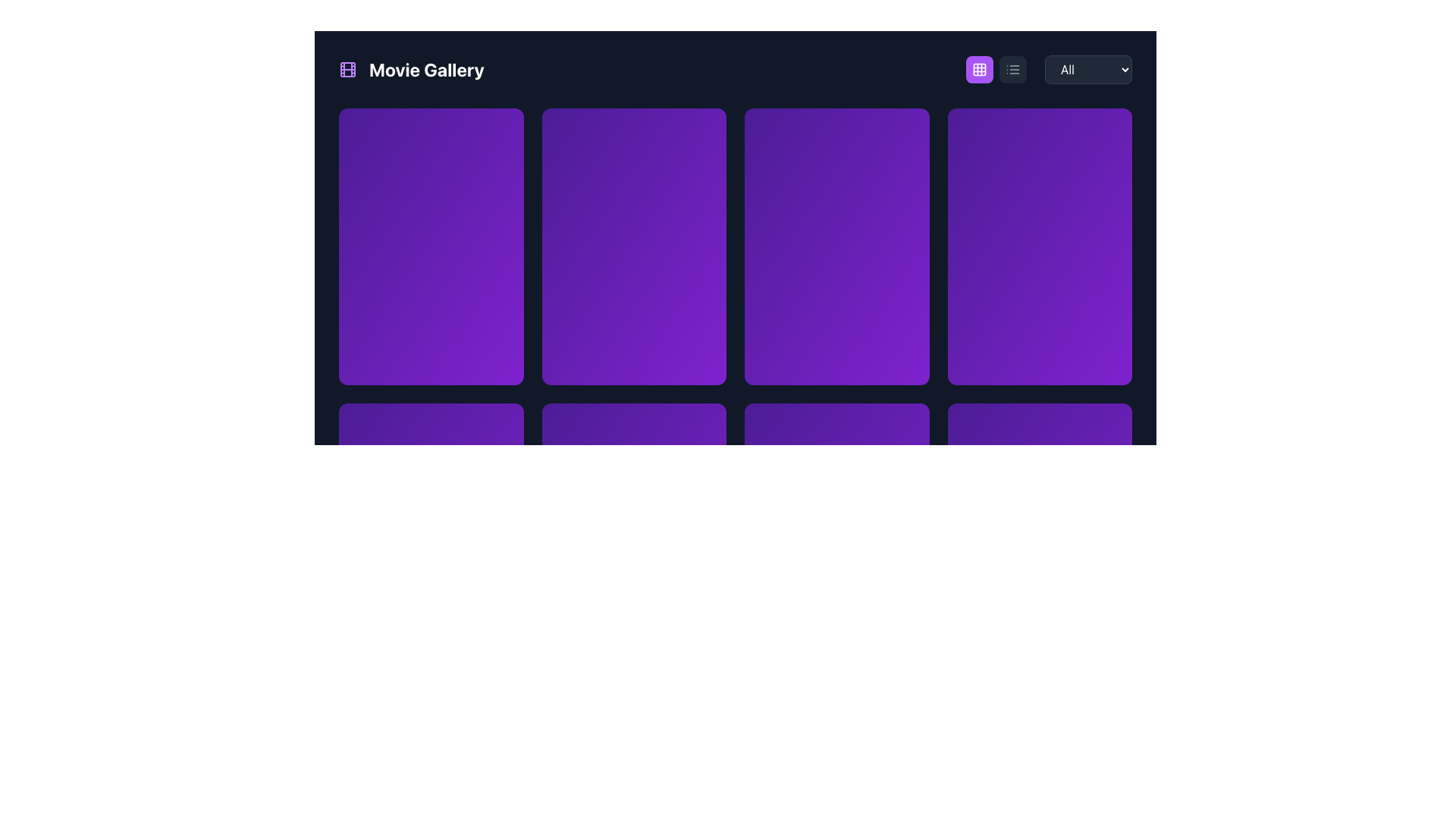  What do you see at coordinates (347, 70) in the screenshot?
I see `the small rounded rectangle element within the filmstrip icon, which is located near the top-left corner of the interface, adjacent to the 'Movie Gallery' label` at bounding box center [347, 70].